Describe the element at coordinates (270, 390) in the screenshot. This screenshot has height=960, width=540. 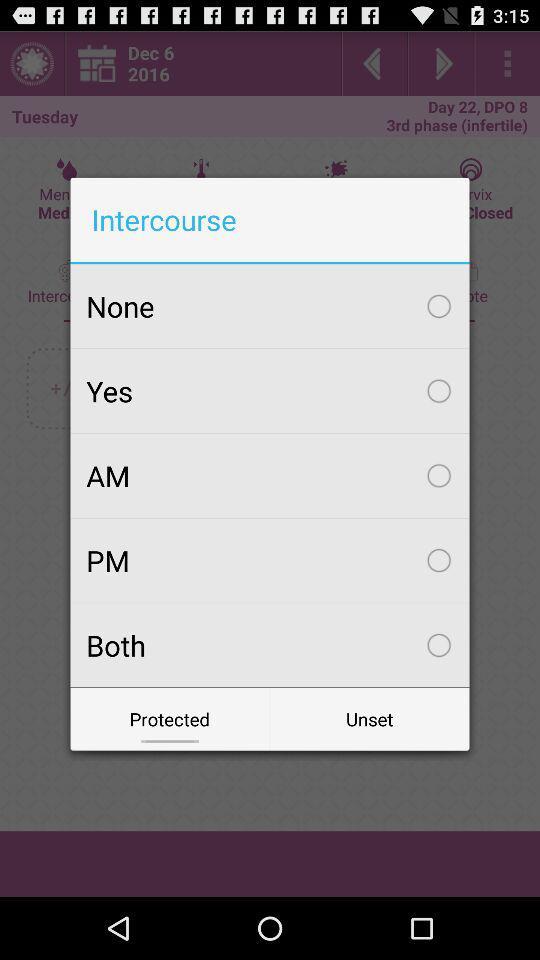
I see `yes icon` at that location.